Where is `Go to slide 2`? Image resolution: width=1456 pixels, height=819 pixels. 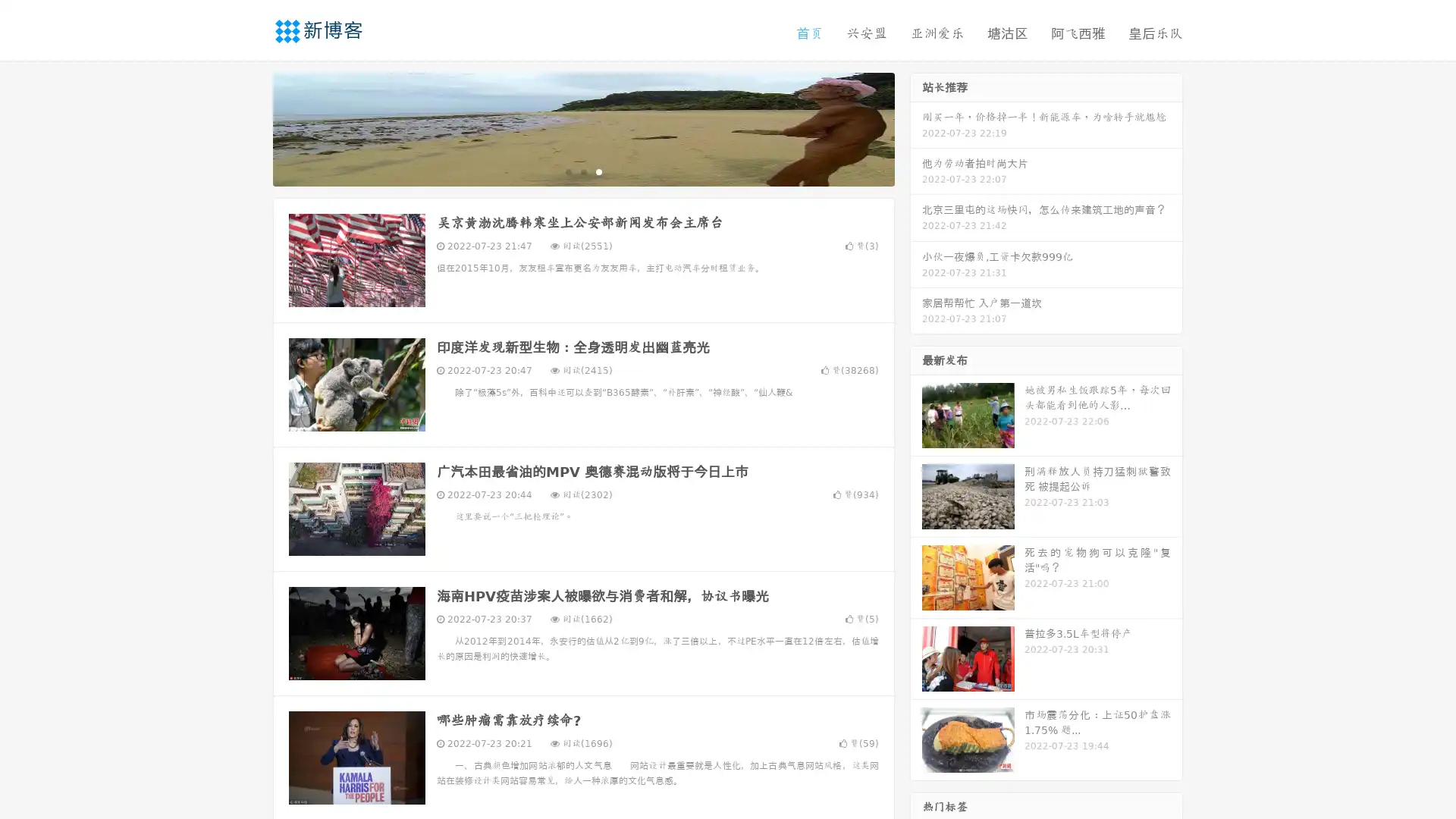
Go to slide 2 is located at coordinates (582, 171).